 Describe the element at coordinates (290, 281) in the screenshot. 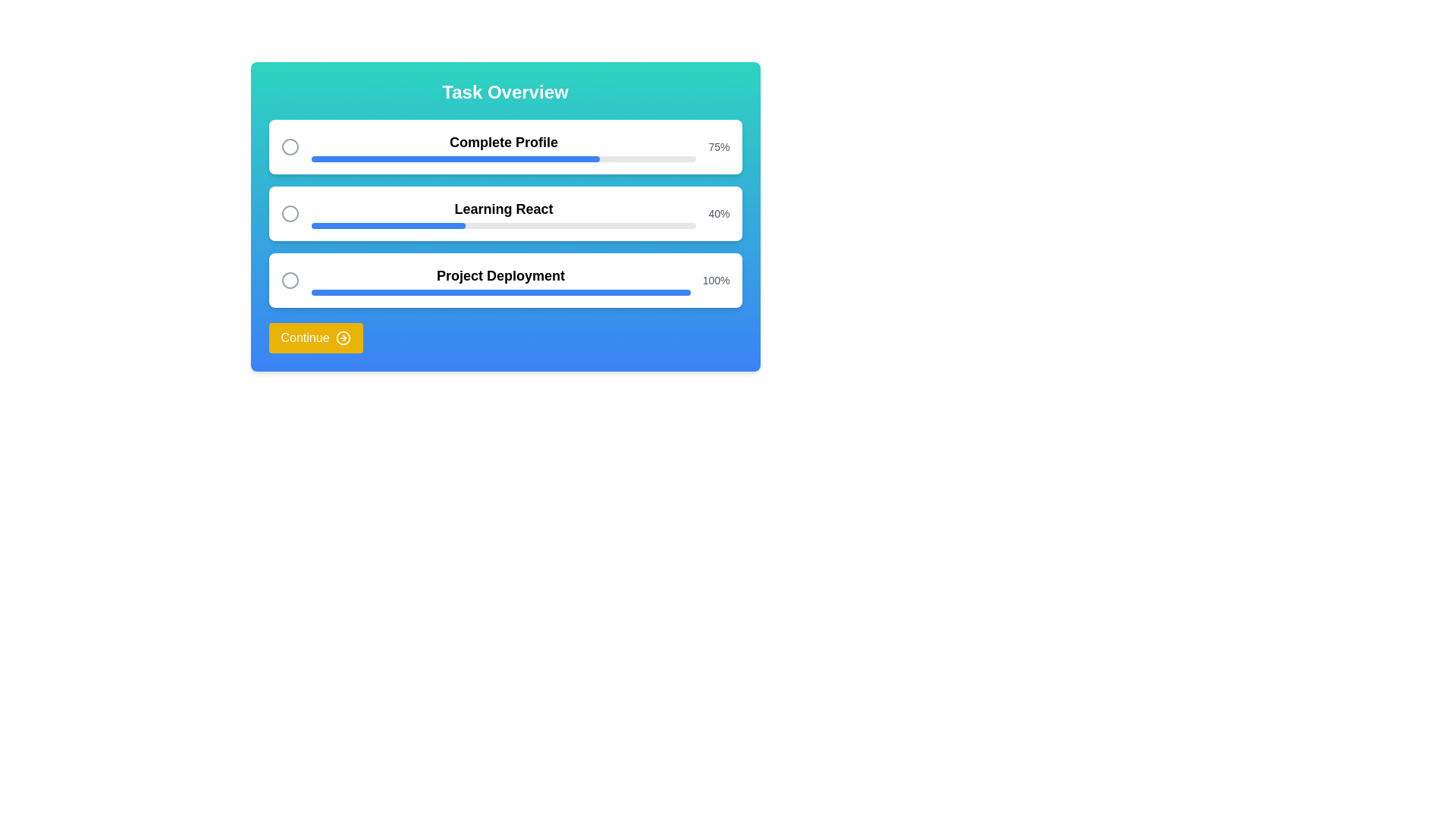

I see `the circular radio button icon with a gray stroke, located to the left of the 'Project Deployment' text` at that location.